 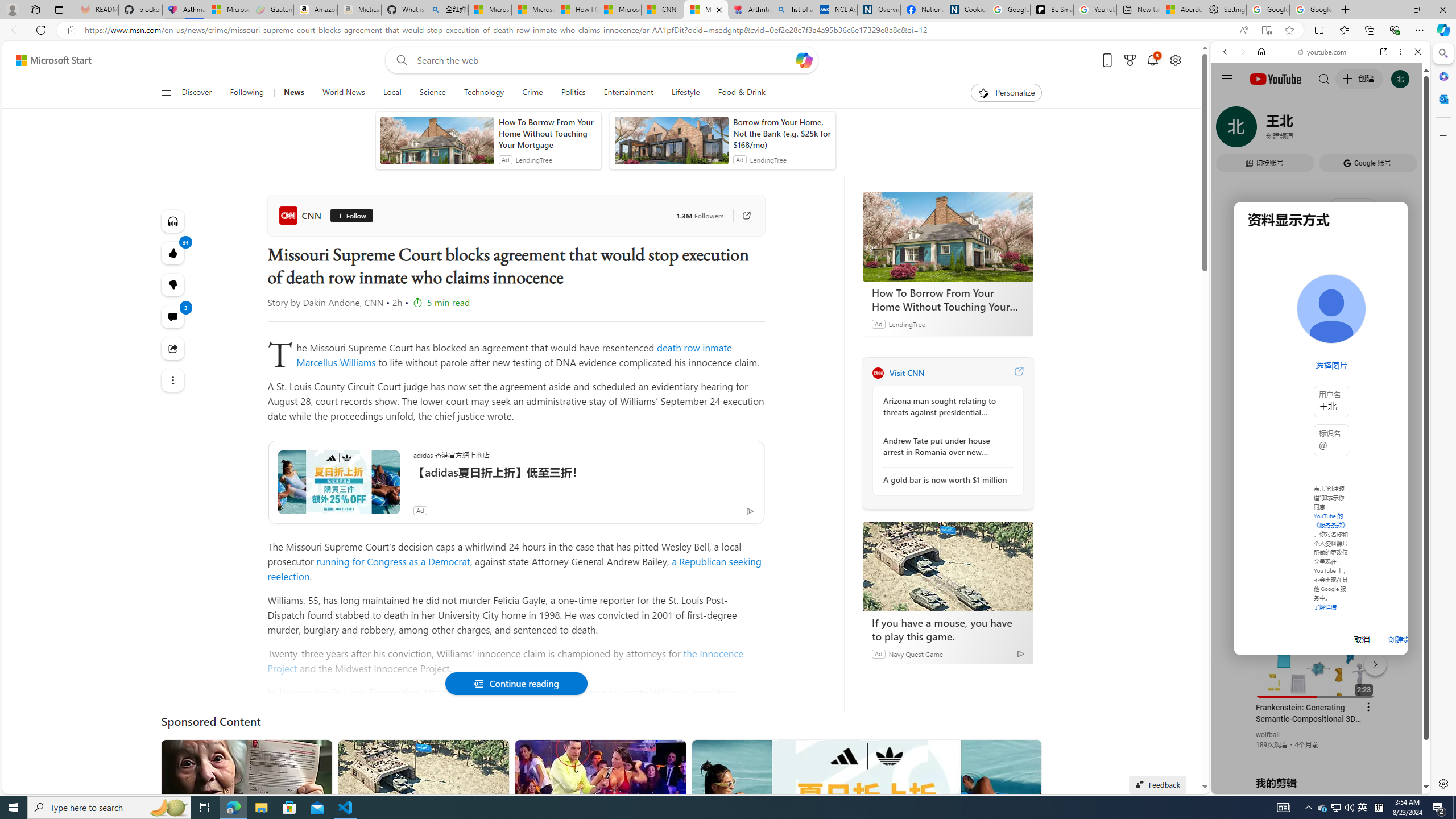 I want to click on 'Enter your search term', so click(x=603, y=59).